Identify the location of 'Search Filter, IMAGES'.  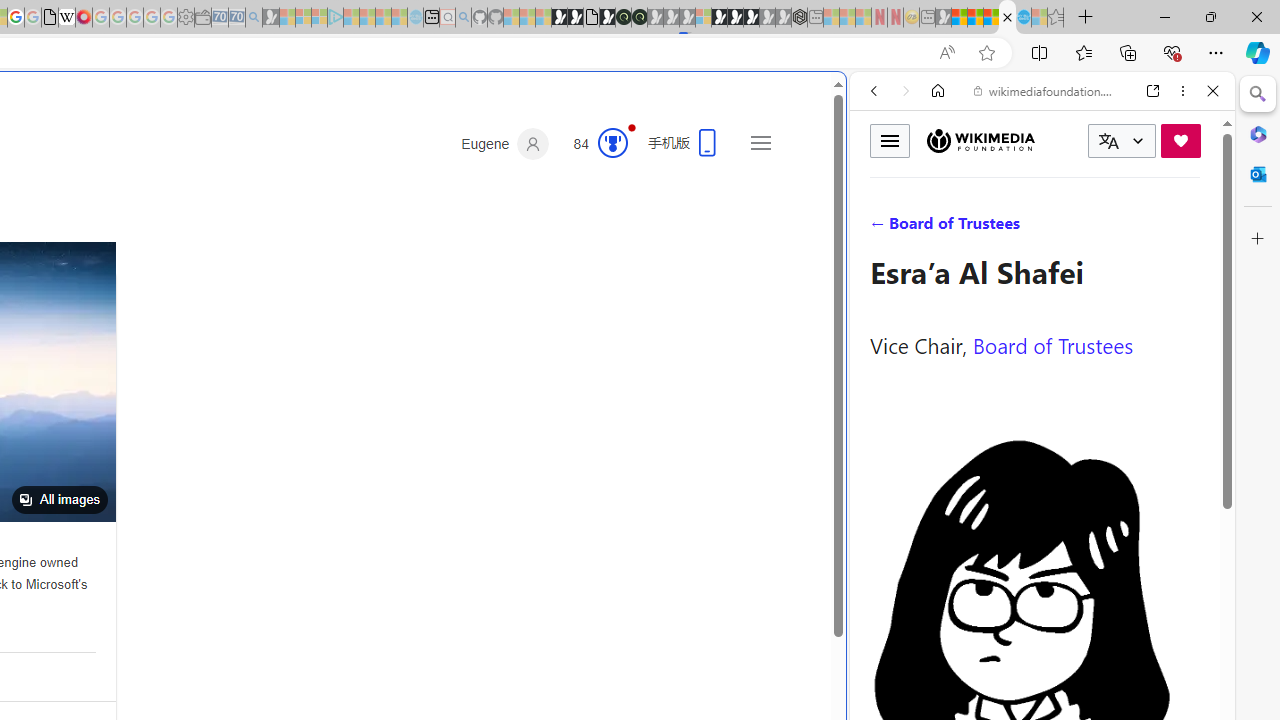
(939, 227).